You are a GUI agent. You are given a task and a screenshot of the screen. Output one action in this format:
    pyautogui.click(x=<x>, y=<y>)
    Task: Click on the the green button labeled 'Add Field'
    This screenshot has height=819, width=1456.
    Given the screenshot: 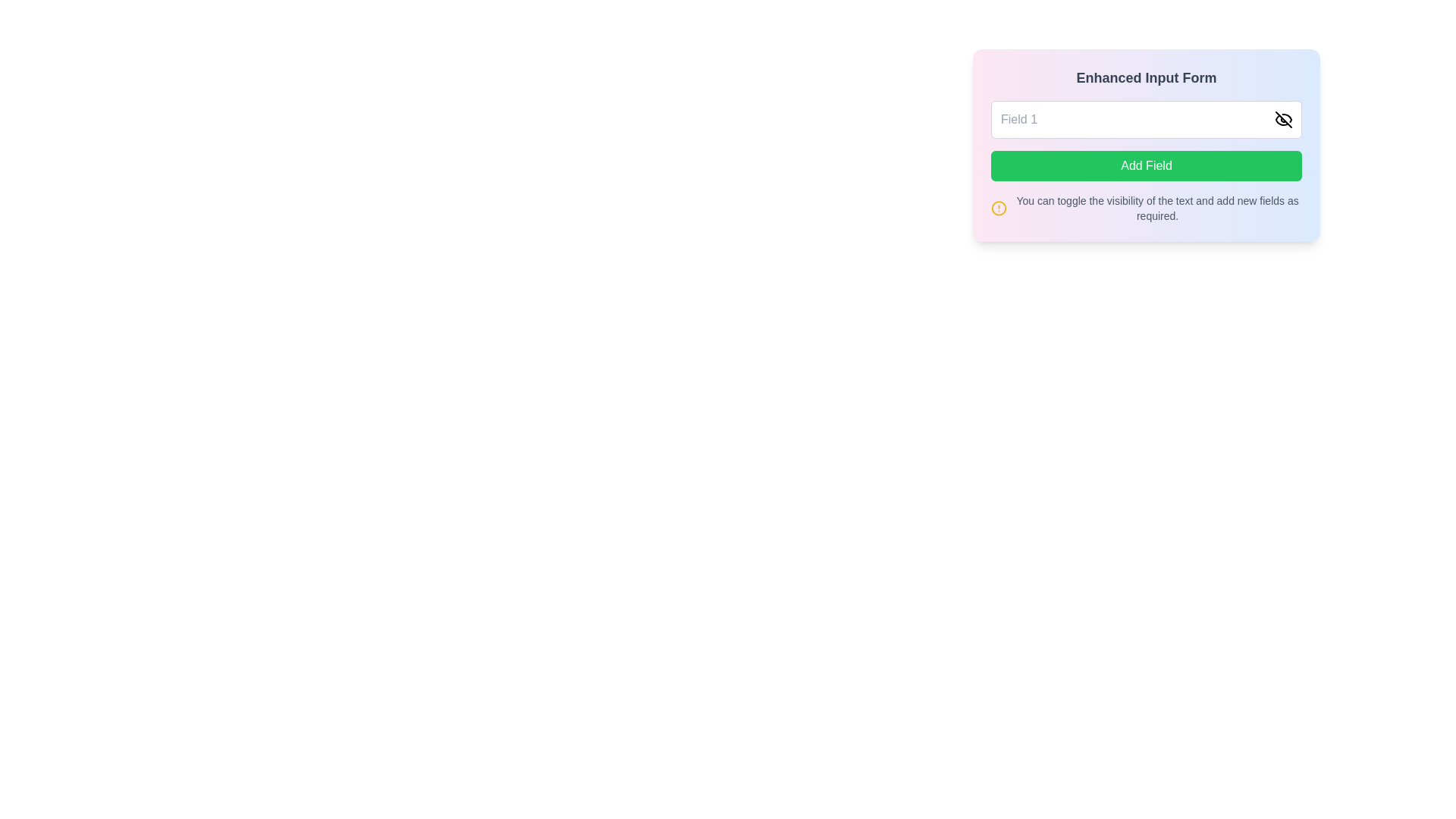 What is the action you would take?
    pyautogui.click(x=1147, y=146)
    